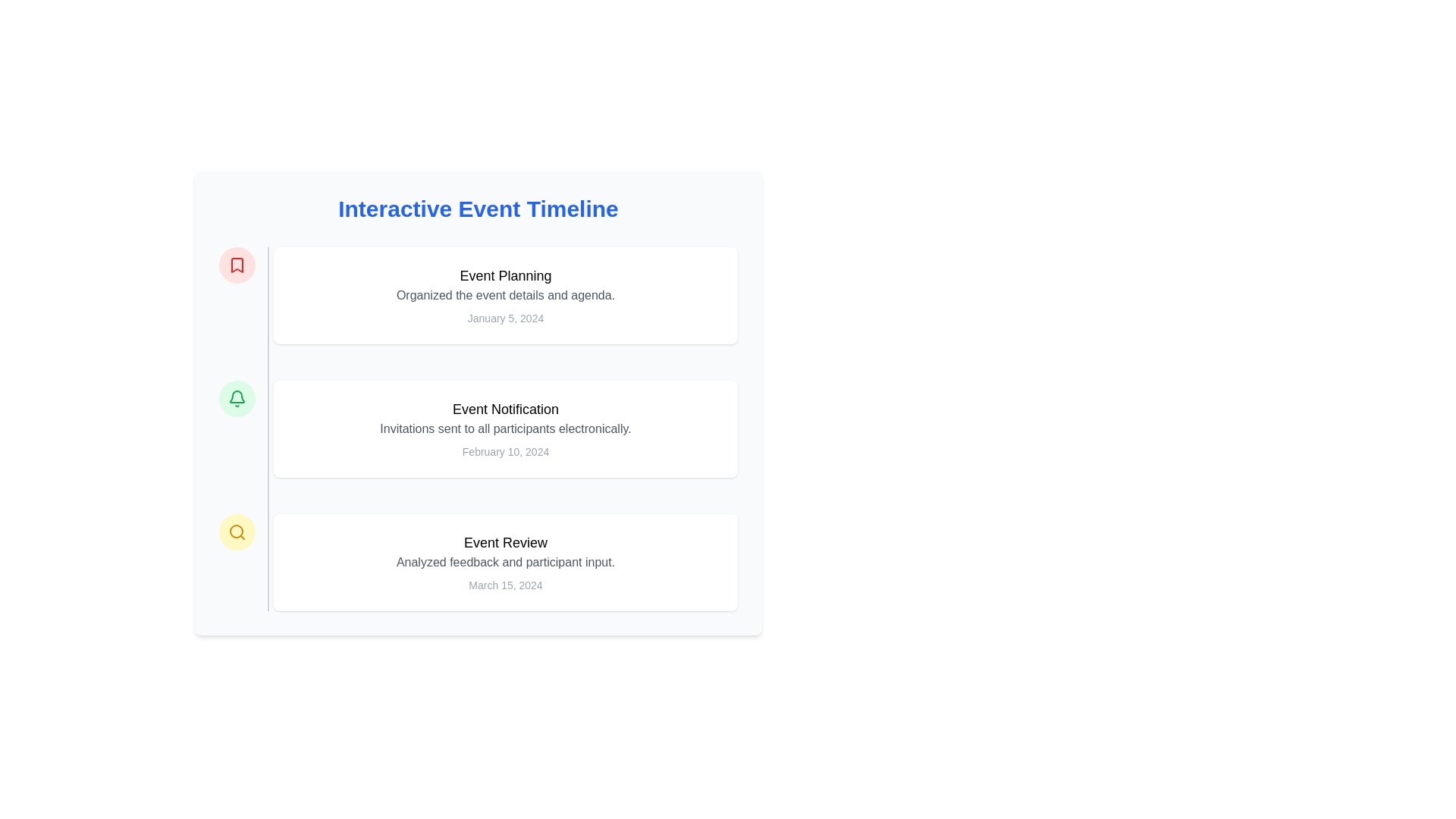 Image resolution: width=1456 pixels, height=819 pixels. I want to click on the circular graphical component within the third icon in the sidebar, which represents part of its visual composition, so click(236, 531).